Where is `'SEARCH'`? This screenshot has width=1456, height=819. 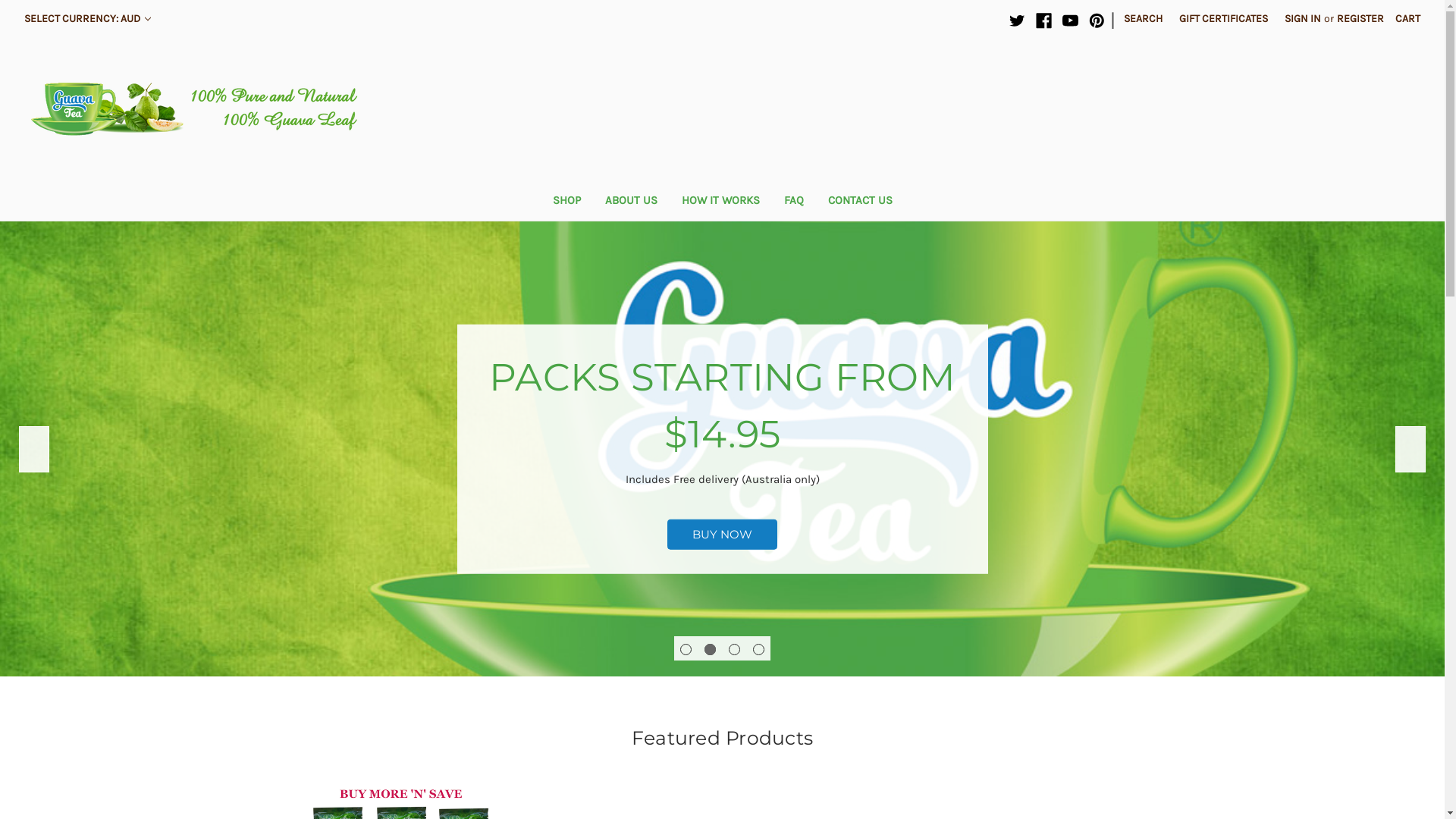
'SEARCH' is located at coordinates (1143, 18).